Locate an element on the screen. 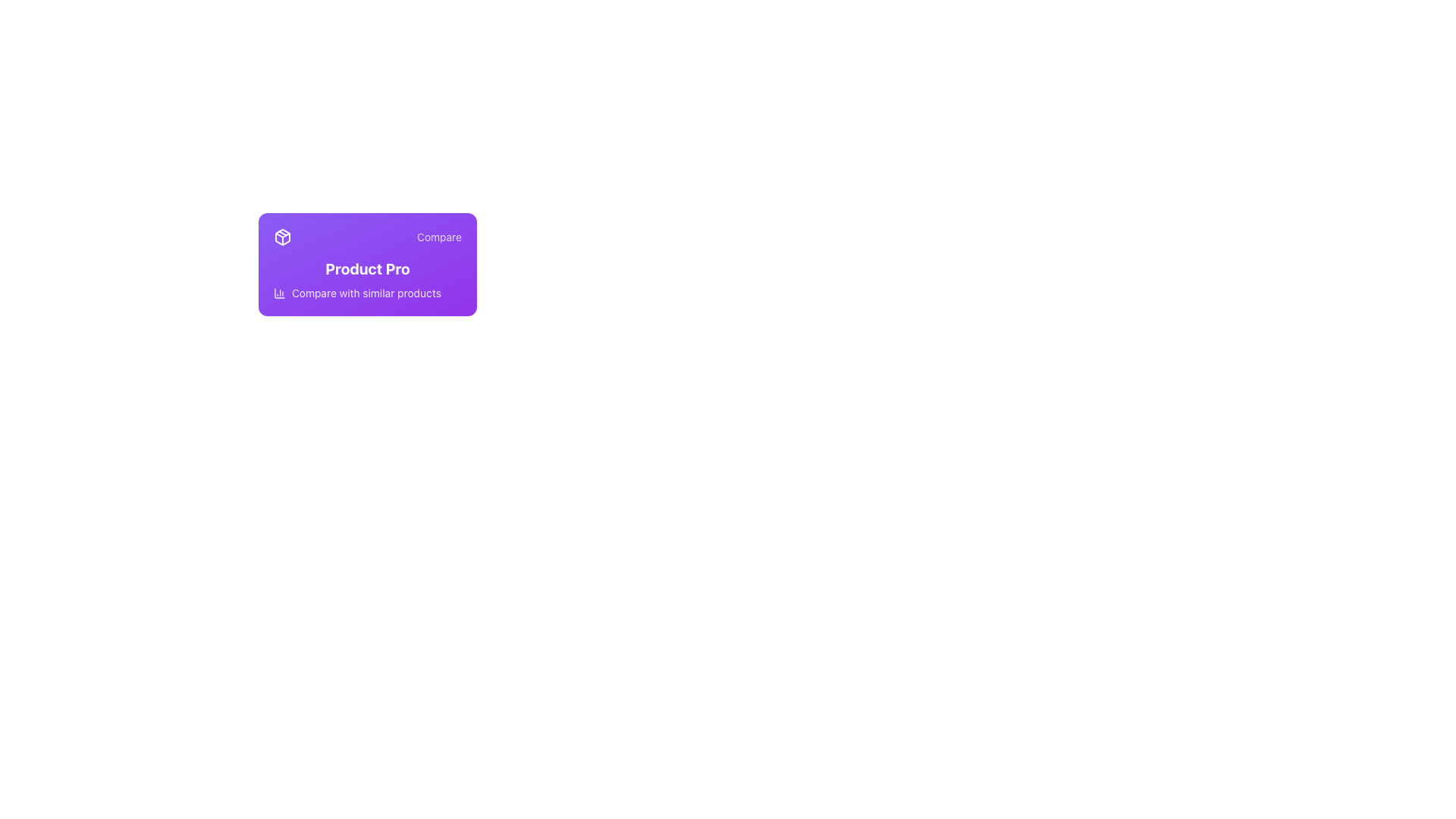 Image resolution: width=1456 pixels, height=819 pixels. prominent text label displaying 'Product Pro', which is styled in white bold font on a vibrant gradient purple background is located at coordinates (367, 268).